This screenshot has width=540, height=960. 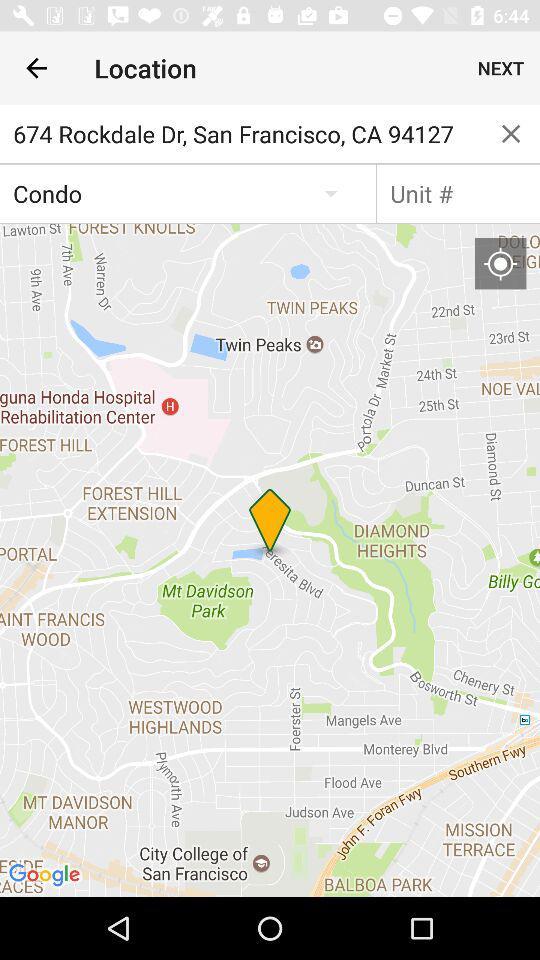 I want to click on put the number in, so click(x=458, y=193).